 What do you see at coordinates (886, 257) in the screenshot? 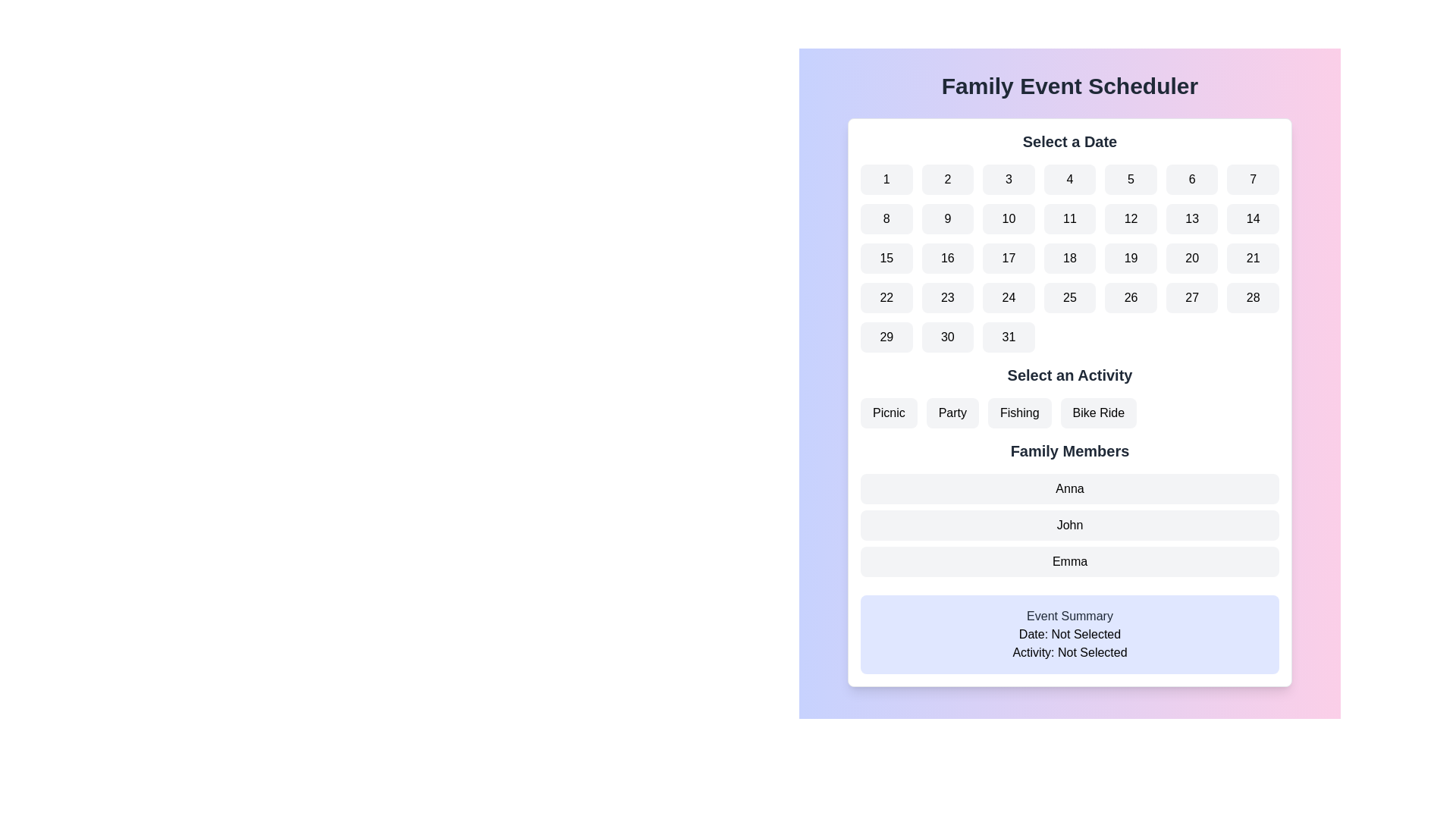
I see `the rectangular button with rounded corners that has the text '15' centered within it` at bounding box center [886, 257].